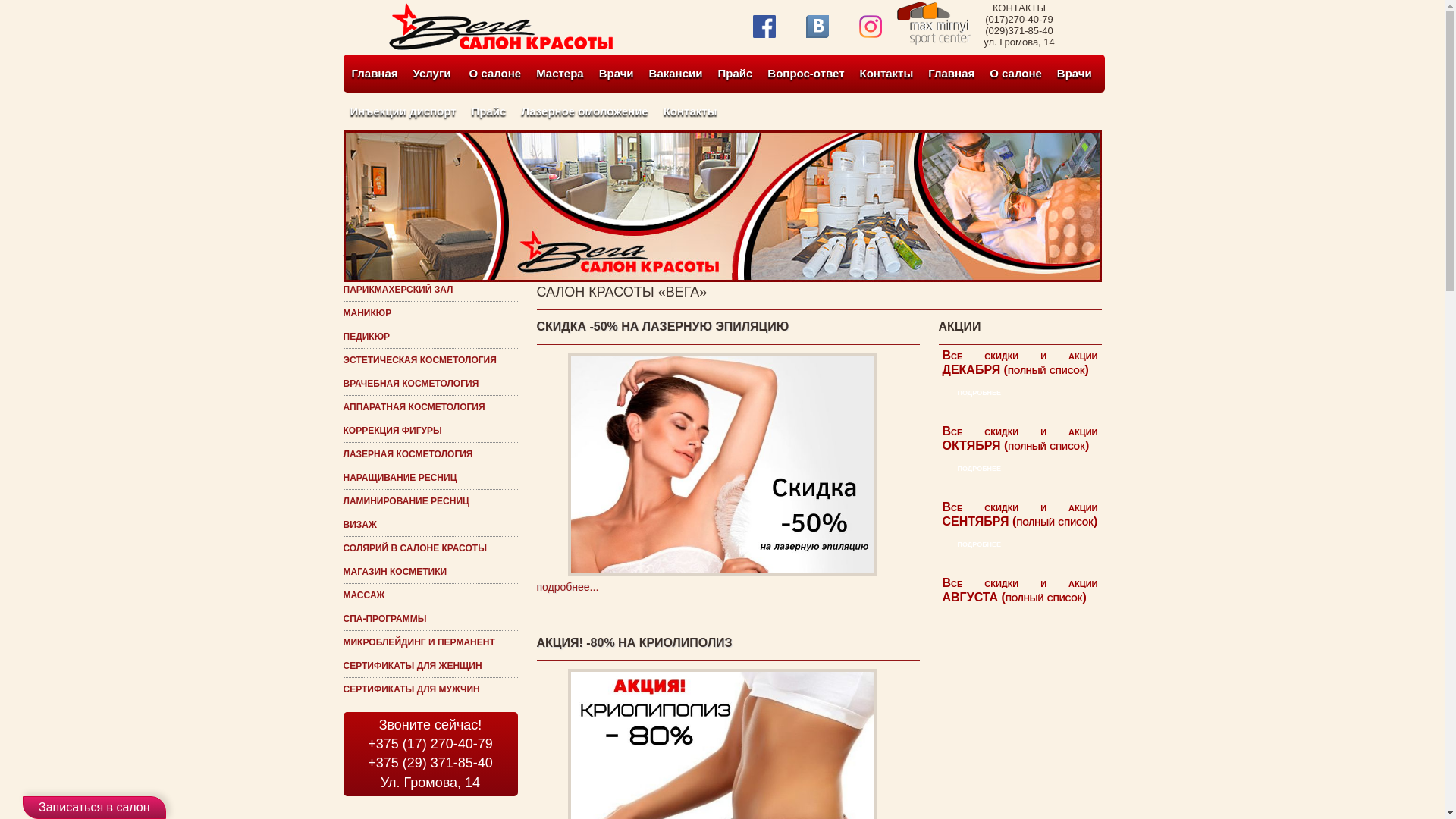  I want to click on '+375 (17) 270-40-79', so click(429, 743).